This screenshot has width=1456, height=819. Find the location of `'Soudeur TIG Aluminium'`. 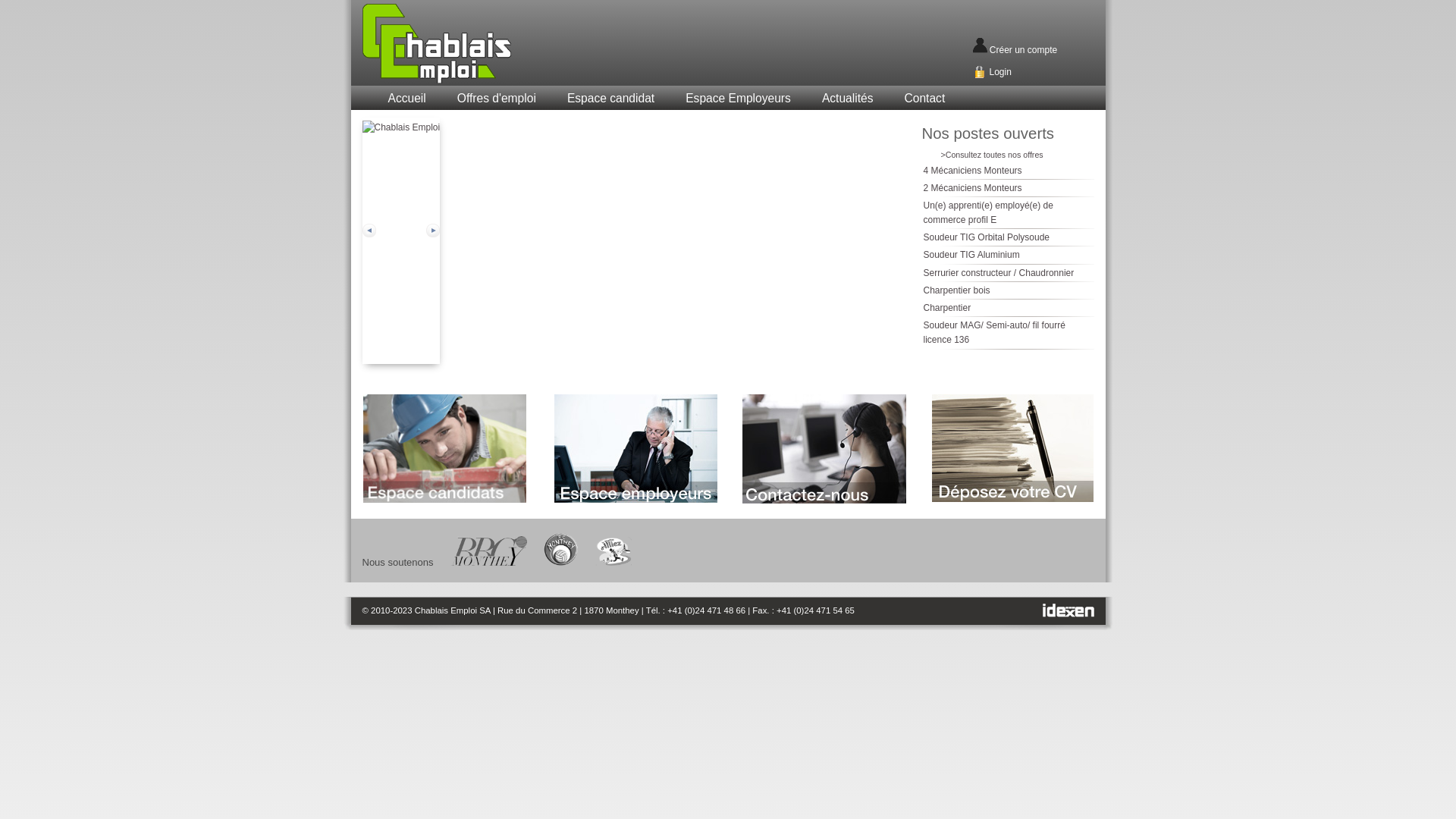

'Soudeur TIG Aluminium' is located at coordinates (971, 253).